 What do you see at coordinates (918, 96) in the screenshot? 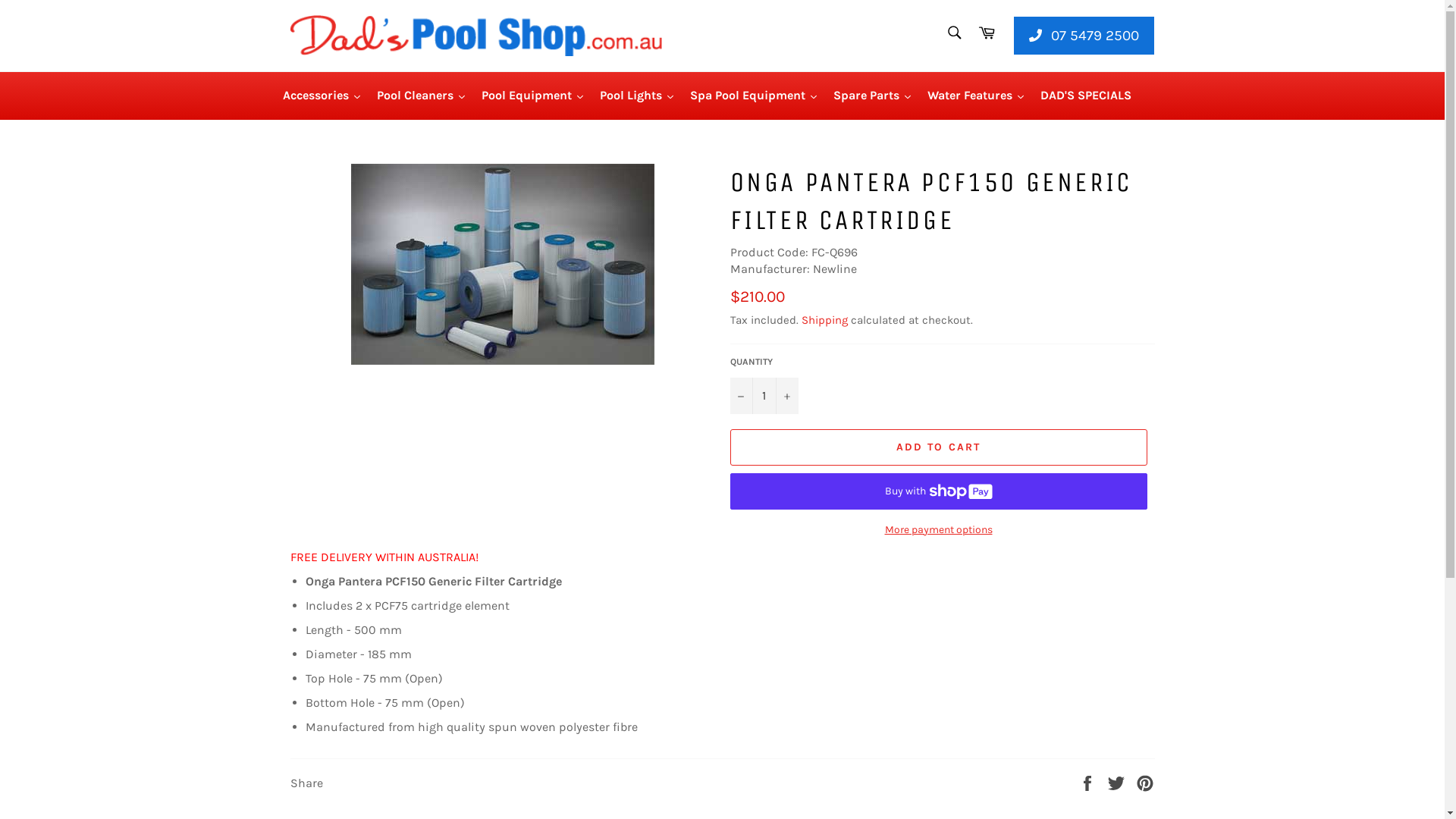
I see `'Water Features'` at bounding box center [918, 96].